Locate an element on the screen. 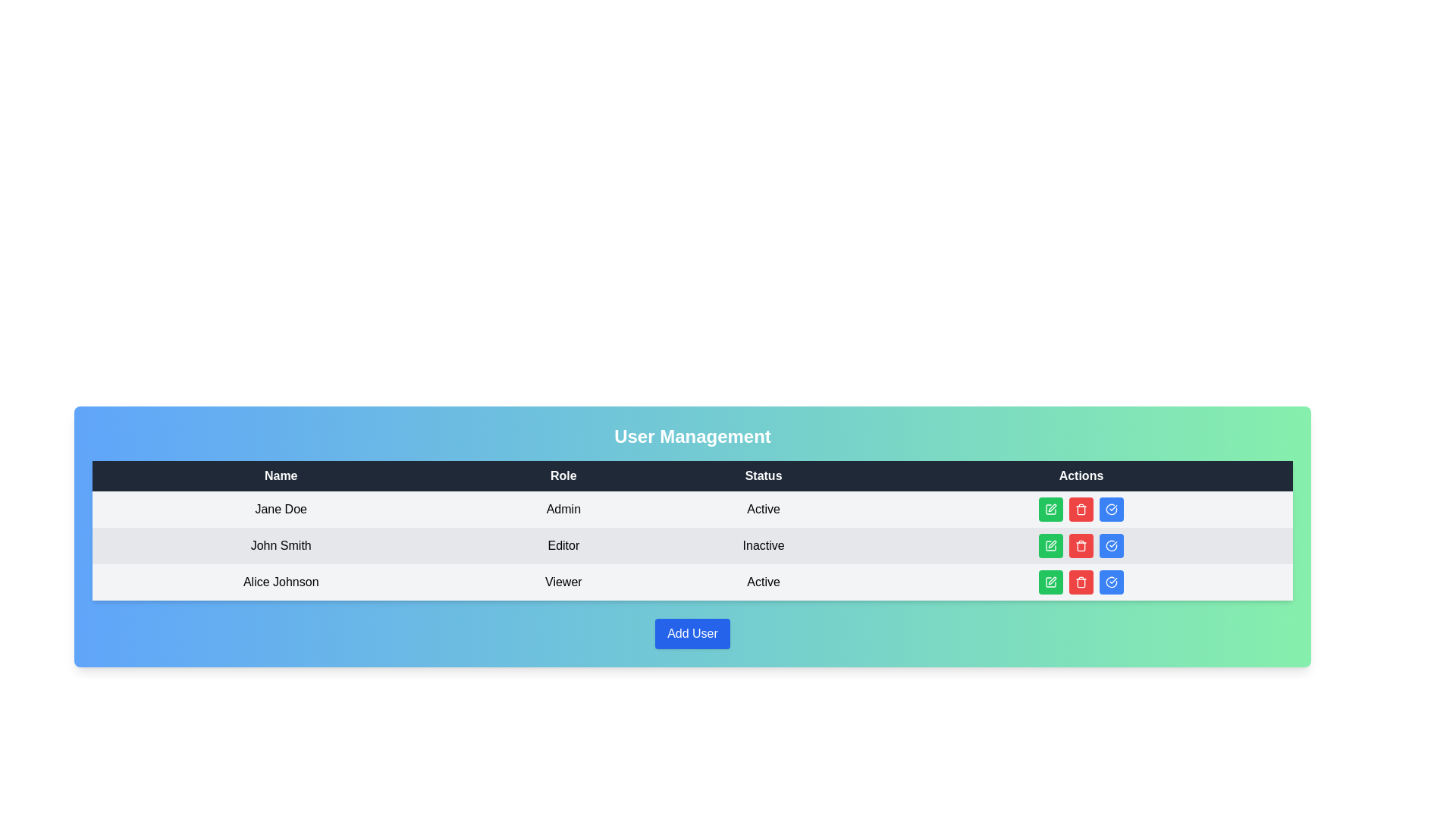 The width and height of the screenshot is (1456, 819). the circular checkmark icon with a blue background located inside the rightmost button of the three in the 'Actions' column of the third row of the table is located at coordinates (1111, 546).